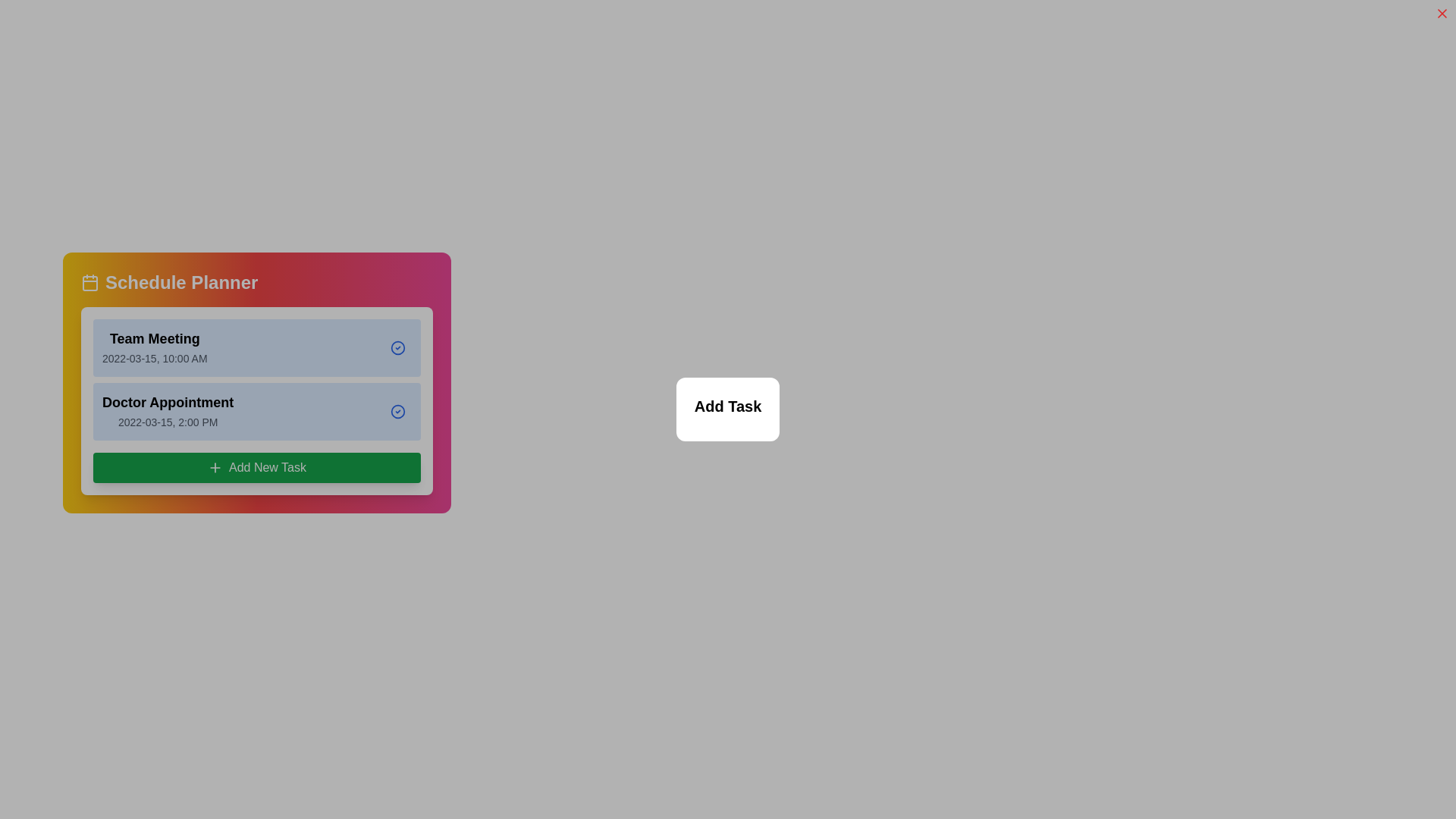 Image resolution: width=1456 pixels, height=819 pixels. What do you see at coordinates (168, 422) in the screenshot?
I see `the static text UI component that displays the scheduled date and time for the 'Doctor Appointment' event, located below the 'Doctor Appointment' text` at bounding box center [168, 422].